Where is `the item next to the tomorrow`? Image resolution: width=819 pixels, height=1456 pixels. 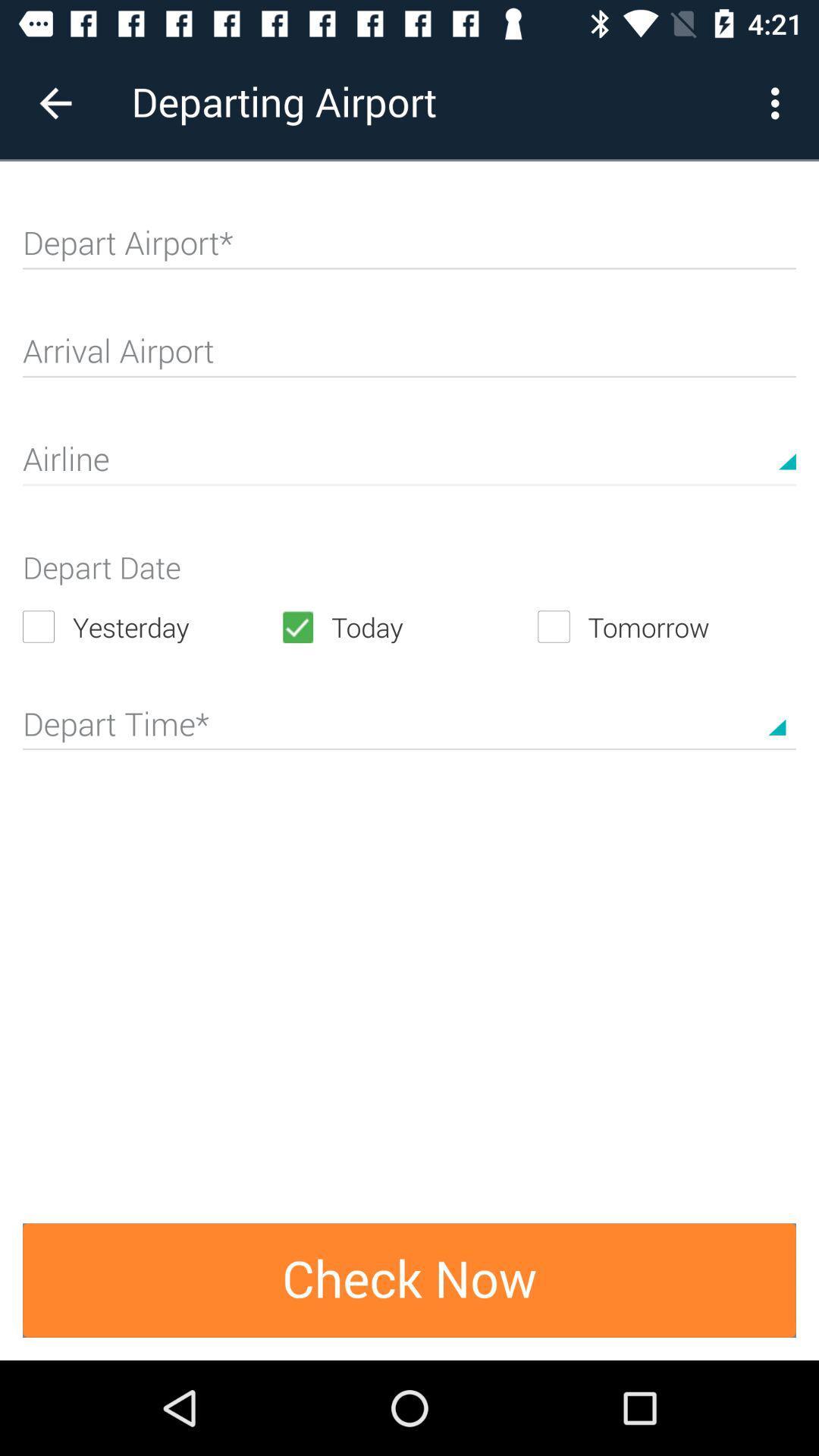 the item next to the tomorrow is located at coordinates (408, 626).